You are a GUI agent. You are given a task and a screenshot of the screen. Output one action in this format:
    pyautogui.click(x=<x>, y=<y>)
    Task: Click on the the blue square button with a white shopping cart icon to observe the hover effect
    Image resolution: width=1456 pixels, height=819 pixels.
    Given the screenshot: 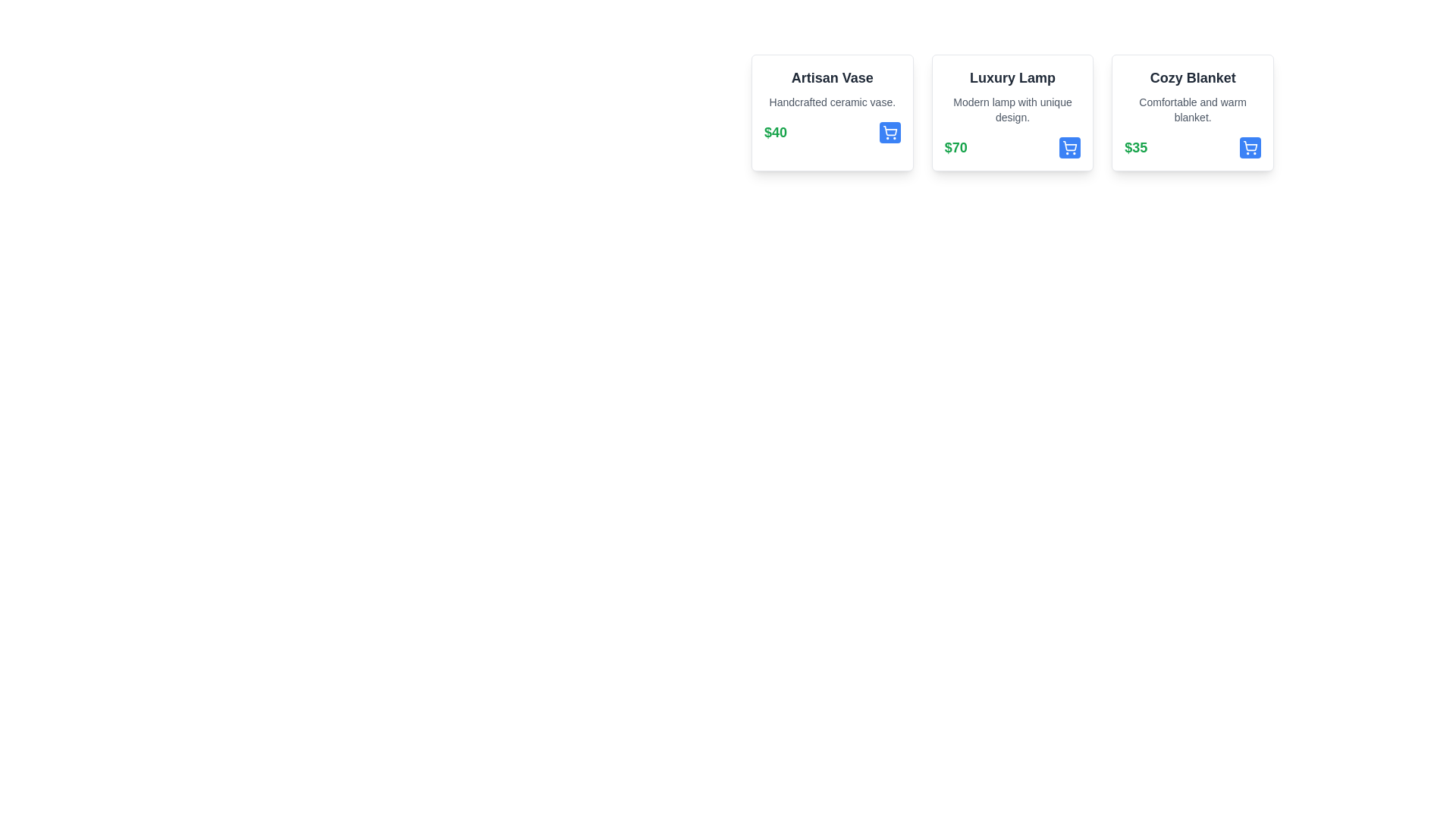 What is the action you would take?
    pyautogui.click(x=1069, y=148)
    